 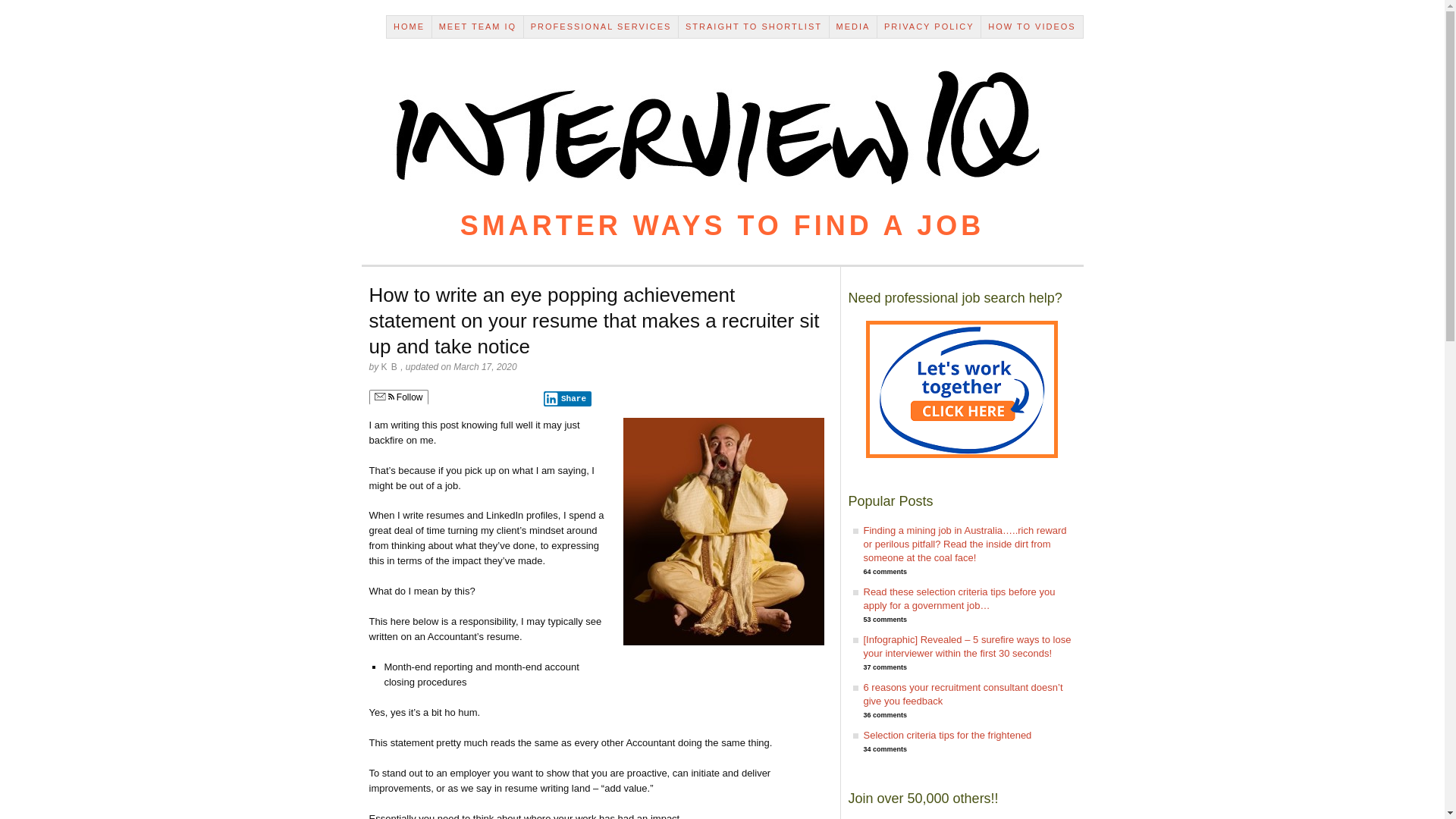 What do you see at coordinates (928, 27) in the screenshot?
I see `'PRIVACY POLICY'` at bounding box center [928, 27].